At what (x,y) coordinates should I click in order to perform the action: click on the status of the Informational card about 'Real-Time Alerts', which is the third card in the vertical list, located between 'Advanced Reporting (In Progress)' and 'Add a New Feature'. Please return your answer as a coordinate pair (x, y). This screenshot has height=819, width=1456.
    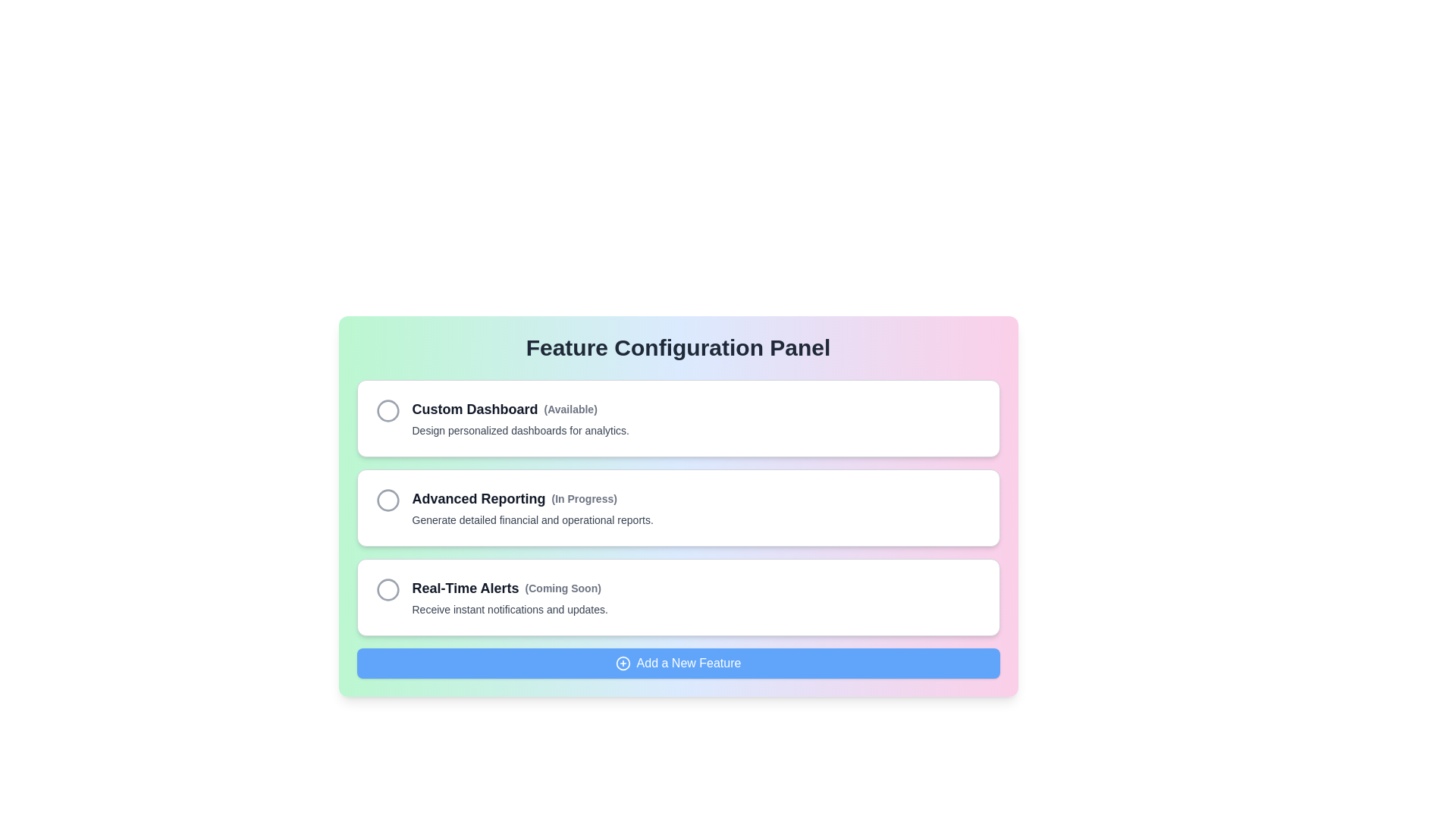
    Looking at the image, I should click on (677, 596).